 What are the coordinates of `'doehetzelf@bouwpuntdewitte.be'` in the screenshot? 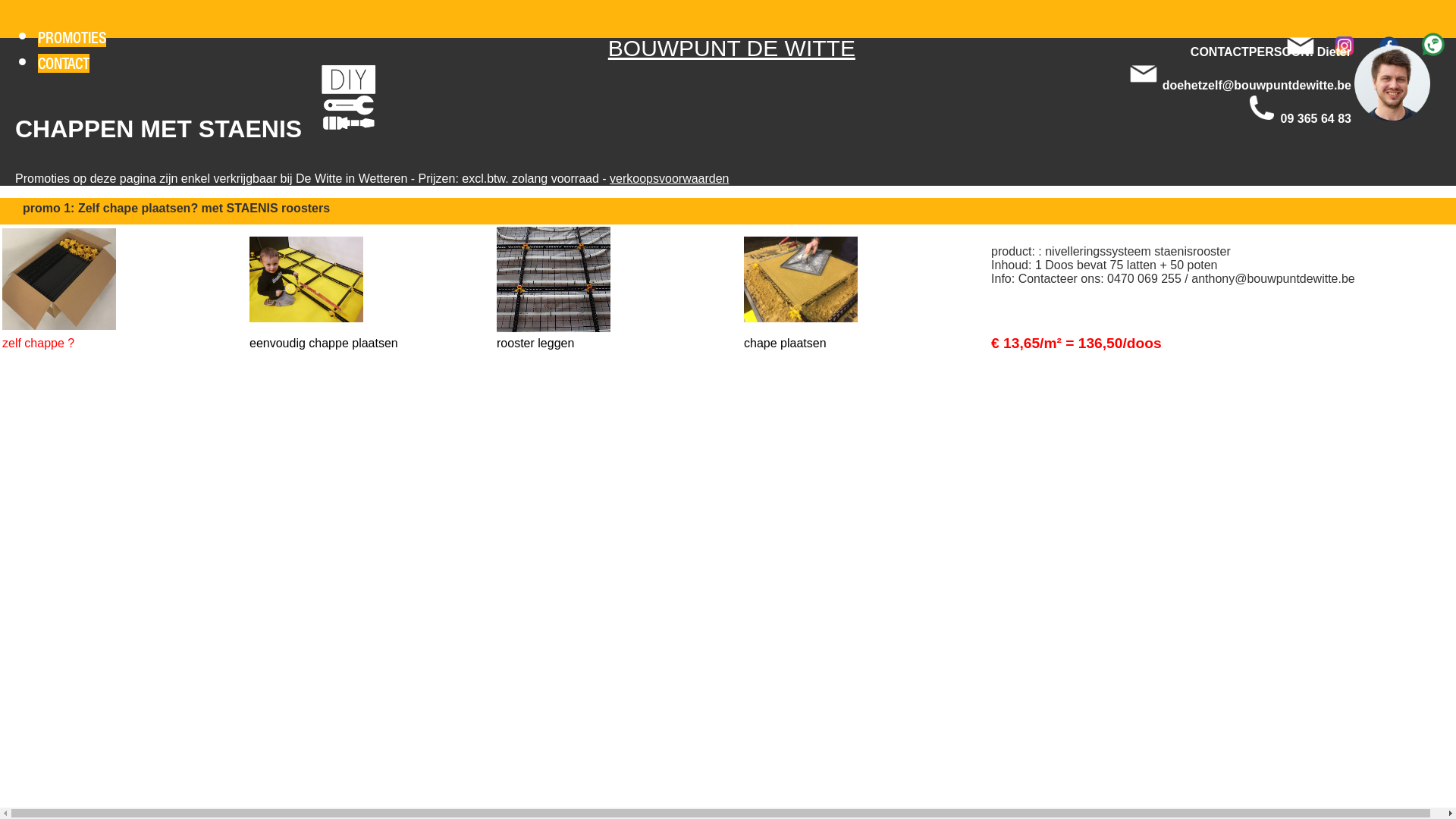 It's located at (1257, 85).